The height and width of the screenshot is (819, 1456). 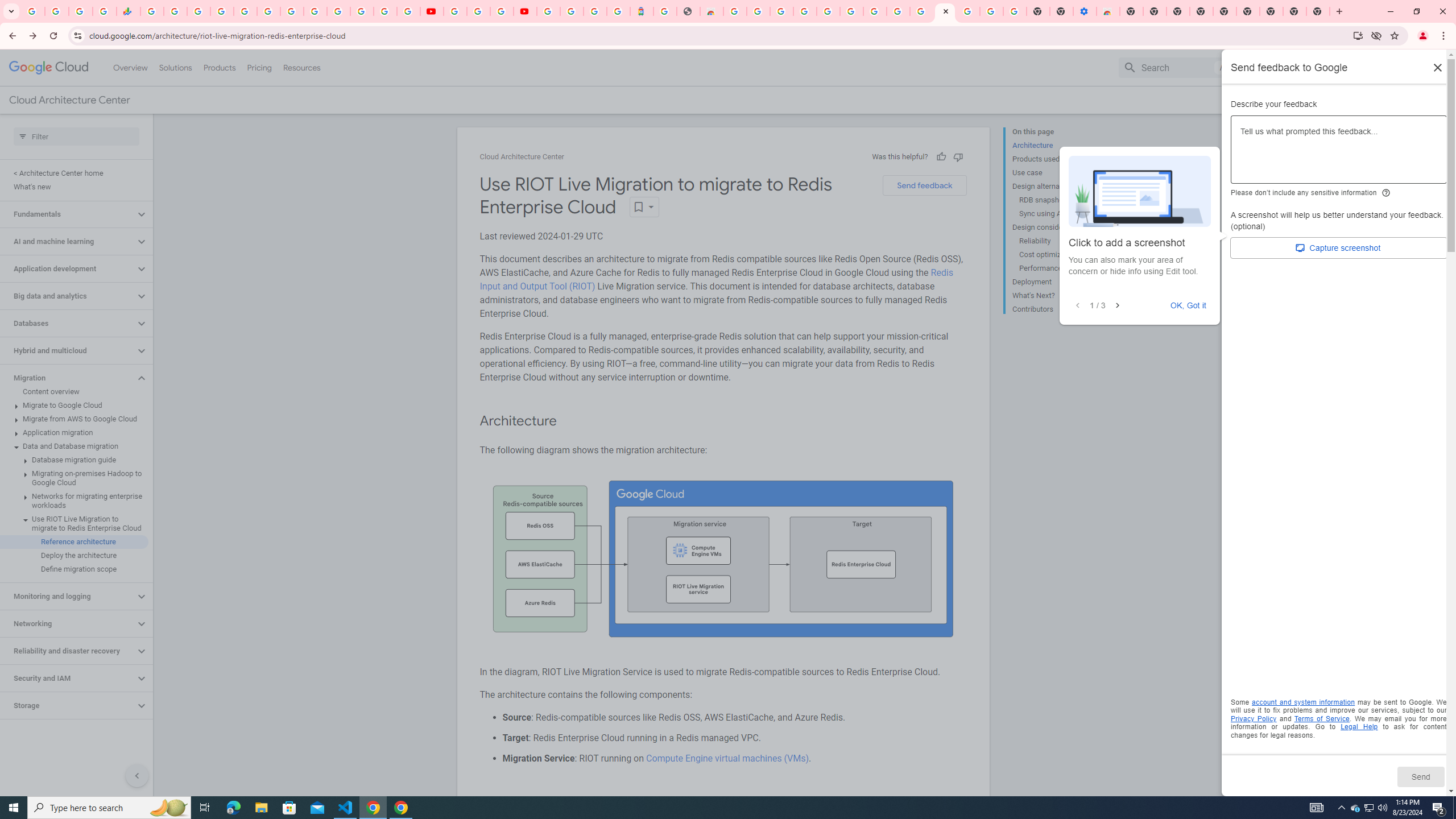 I want to click on 'Privacy Checkup', so click(x=408, y=11).